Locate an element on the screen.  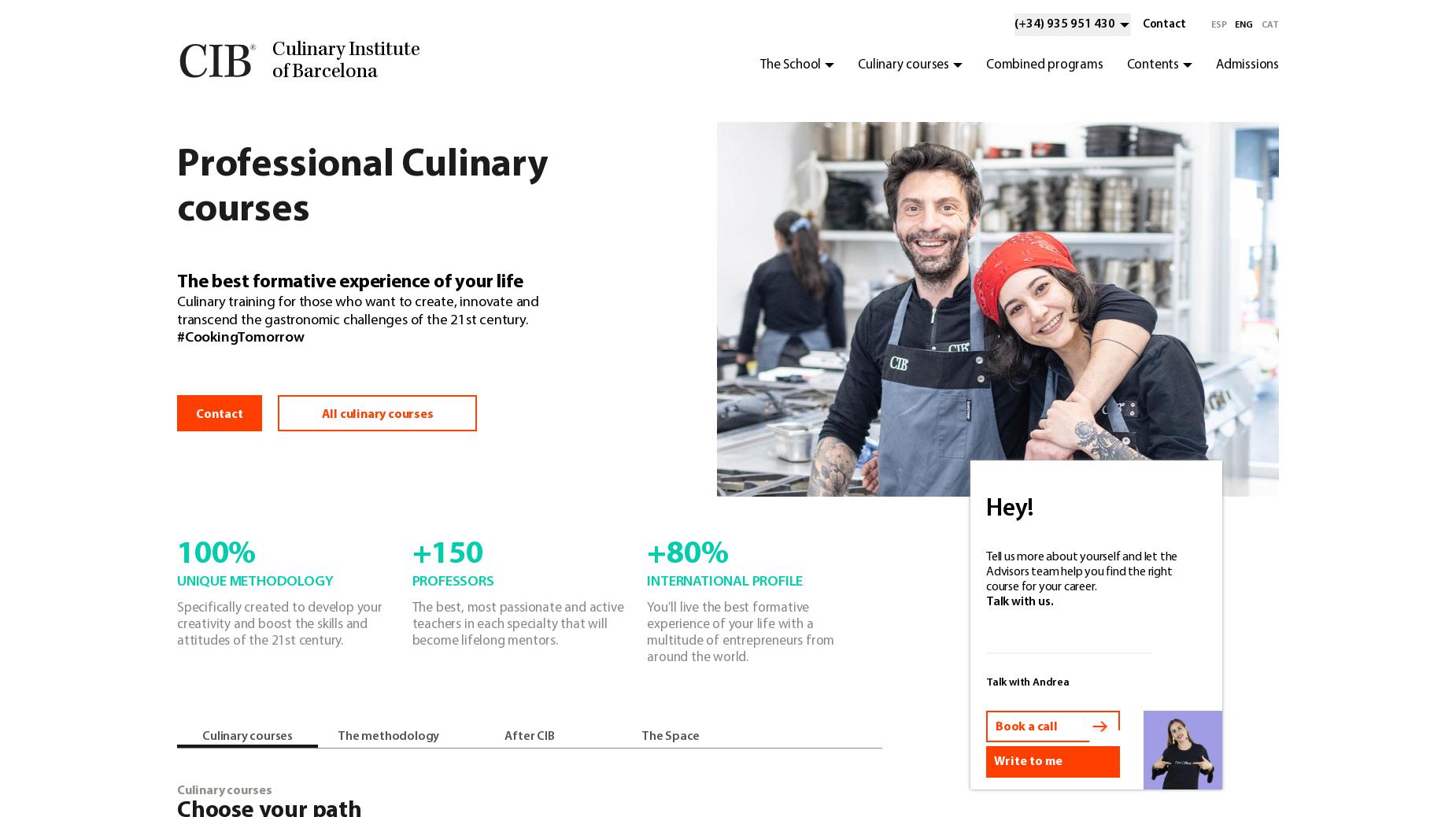
'+80%' is located at coordinates (687, 554).